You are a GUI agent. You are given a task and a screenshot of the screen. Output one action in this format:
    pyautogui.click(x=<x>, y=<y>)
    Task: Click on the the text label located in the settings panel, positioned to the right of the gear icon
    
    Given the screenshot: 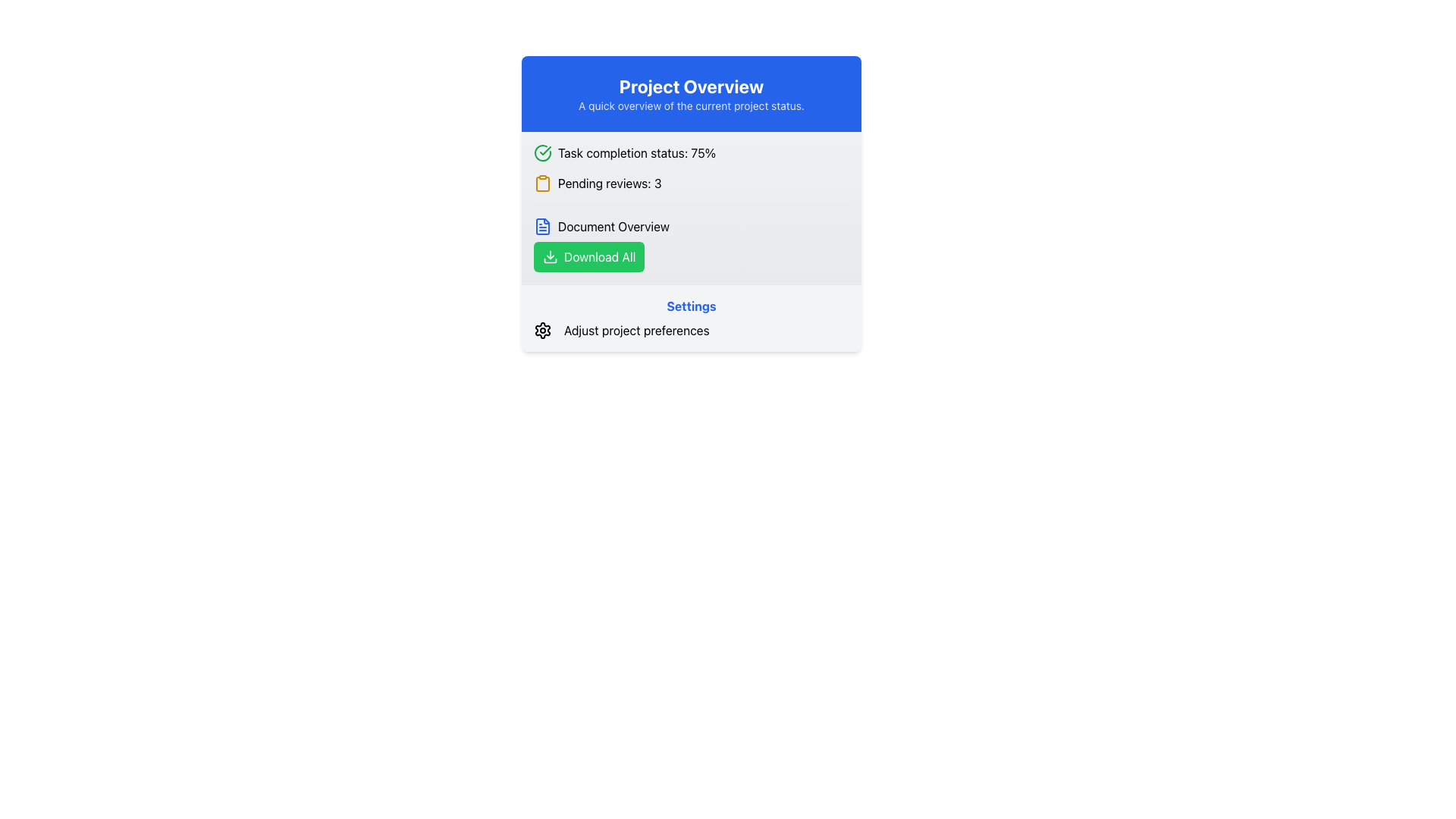 What is the action you would take?
    pyautogui.click(x=636, y=329)
    